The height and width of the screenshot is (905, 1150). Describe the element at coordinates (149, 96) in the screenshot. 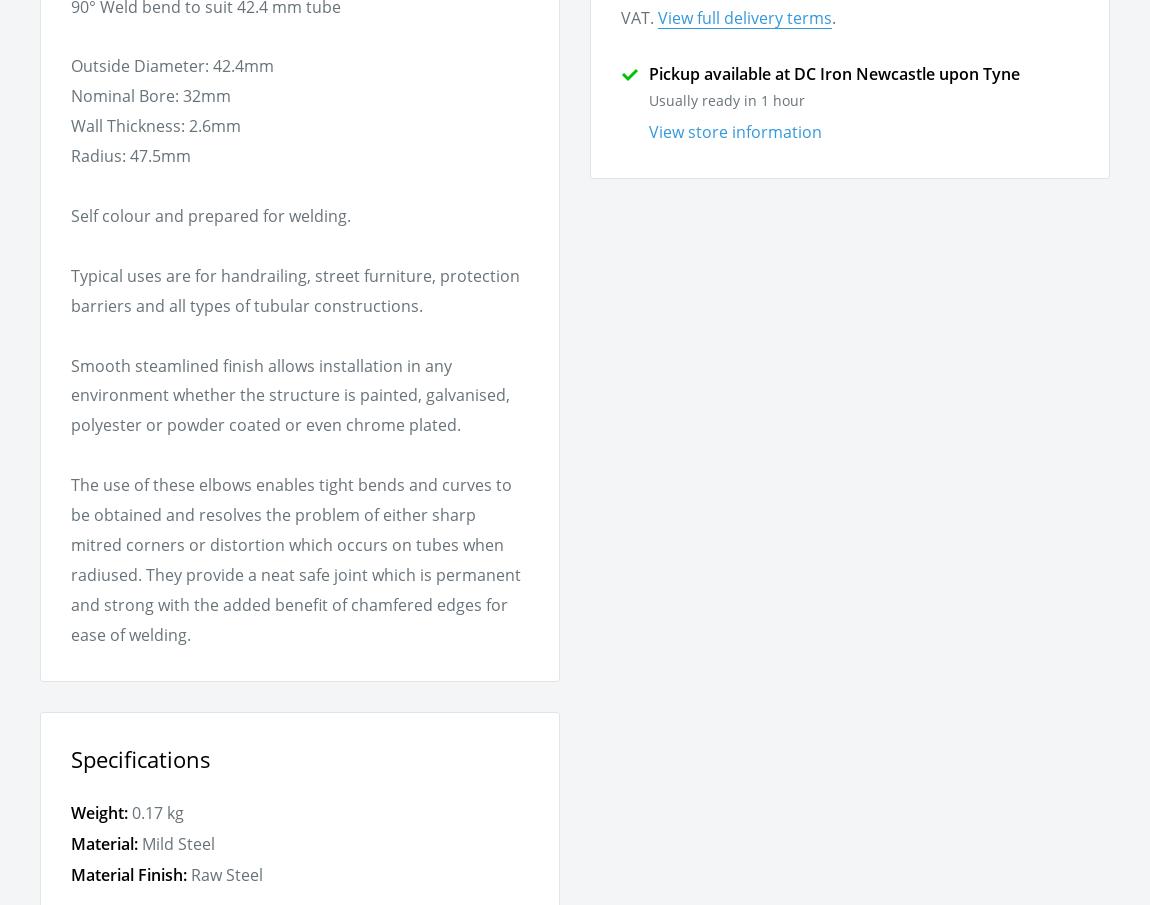

I see `'Nominal Bore: 32mm'` at that location.